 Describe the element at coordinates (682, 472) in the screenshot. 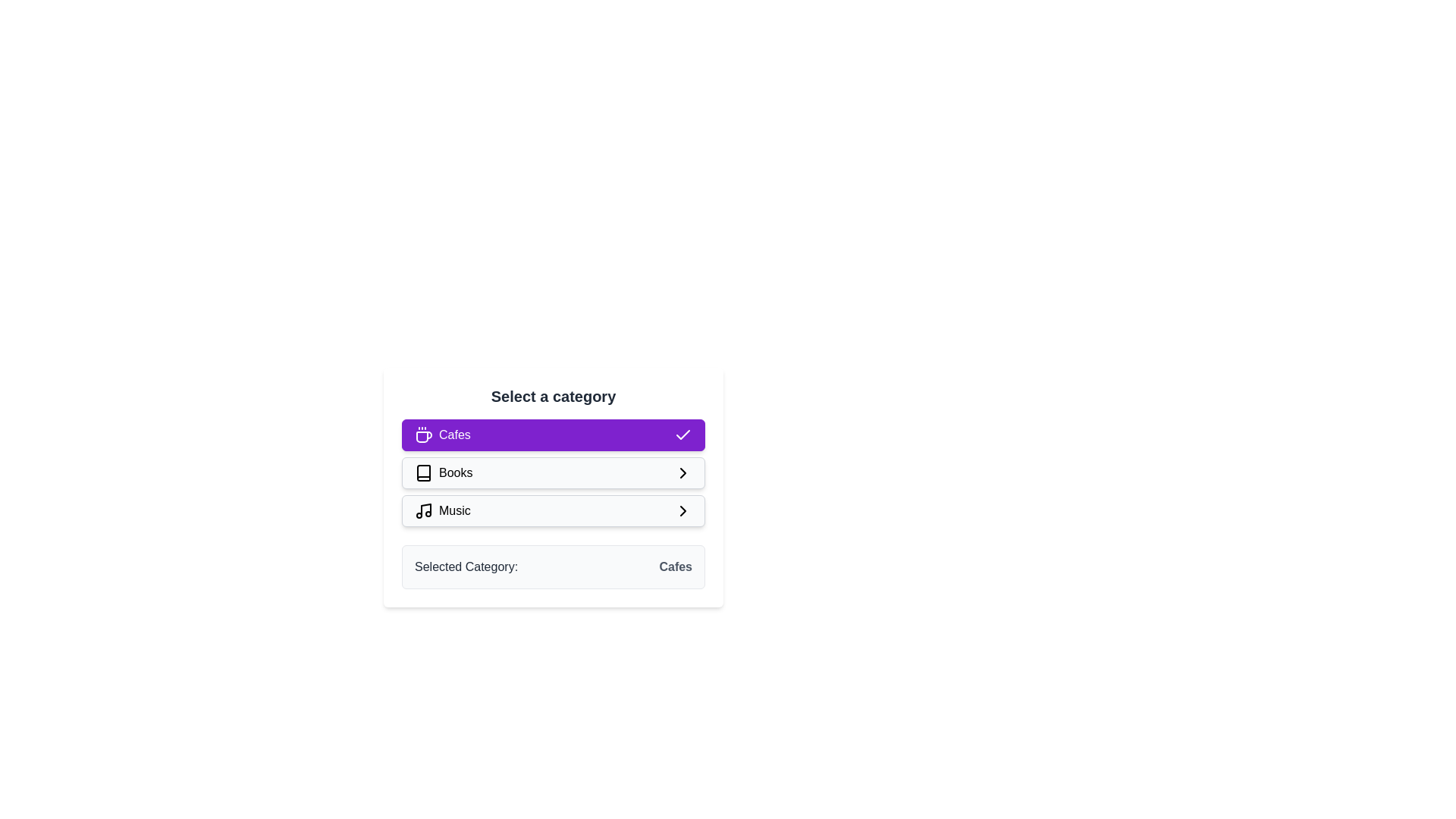

I see `the navigation icon located at the far-right of the 'Books' selection row` at that location.